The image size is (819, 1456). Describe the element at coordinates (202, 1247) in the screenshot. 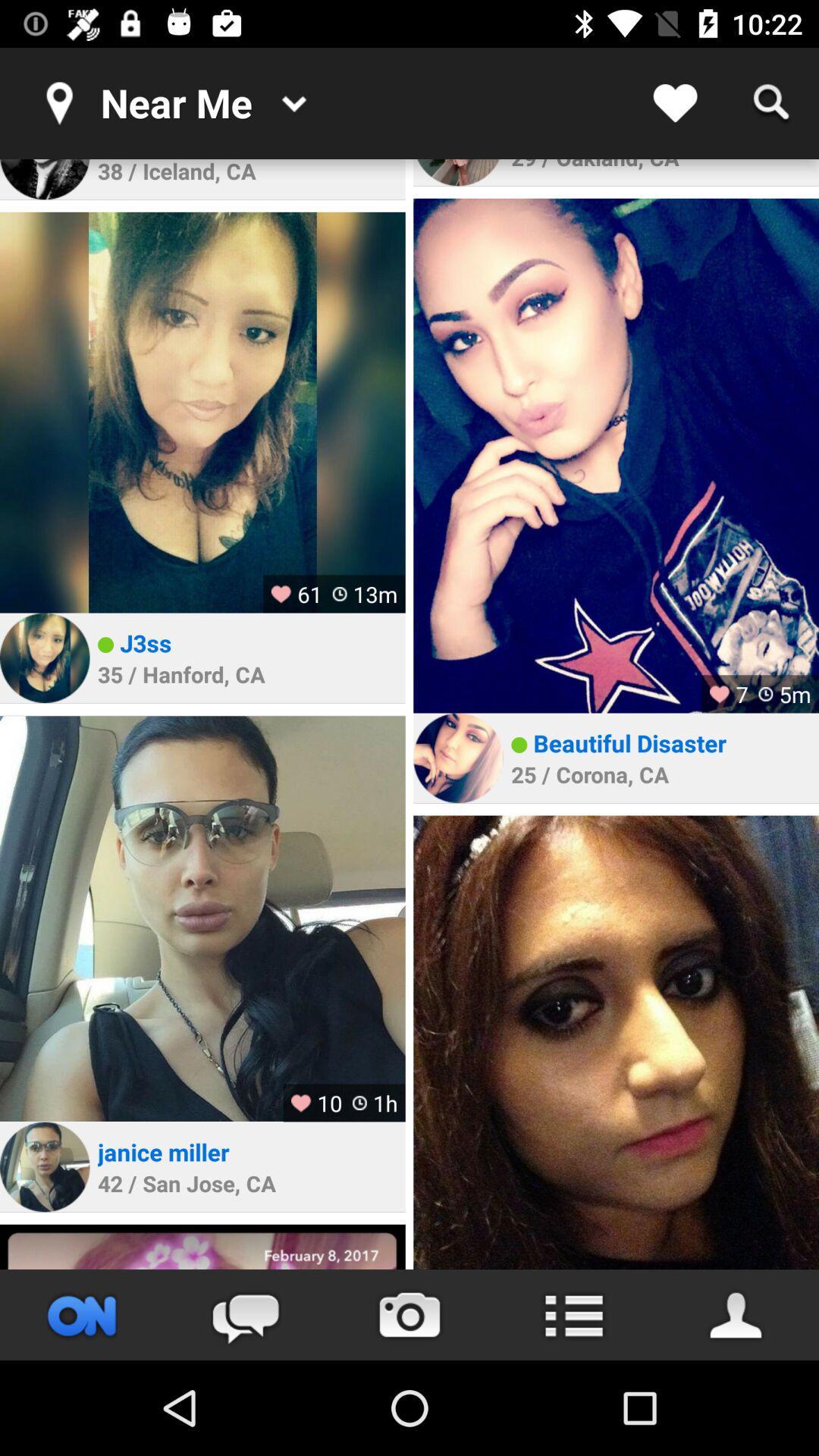

I see `picture` at that location.